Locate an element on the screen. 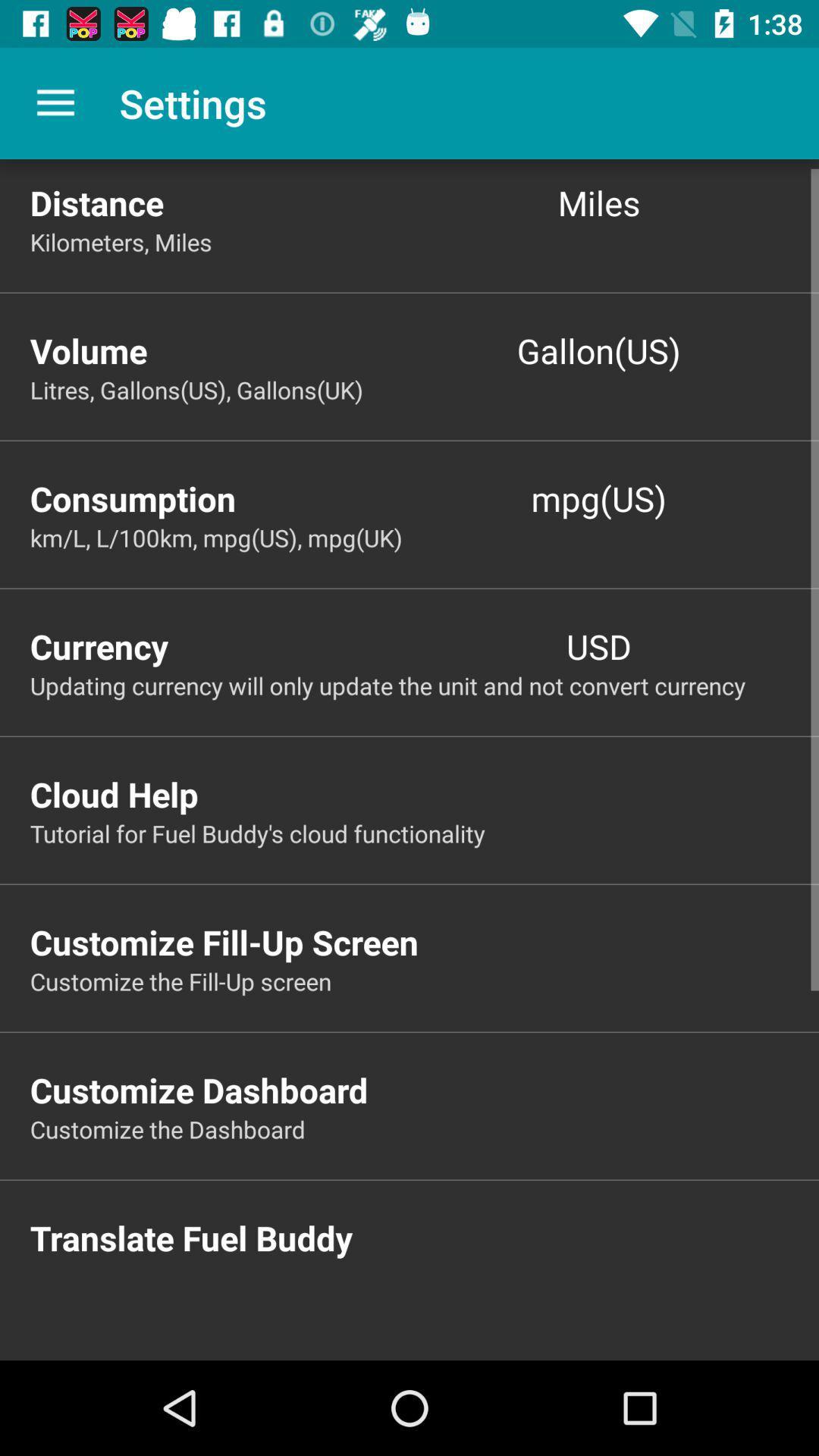 The height and width of the screenshot is (1456, 819). item below the litres gallons us is located at coordinates (219, 498).